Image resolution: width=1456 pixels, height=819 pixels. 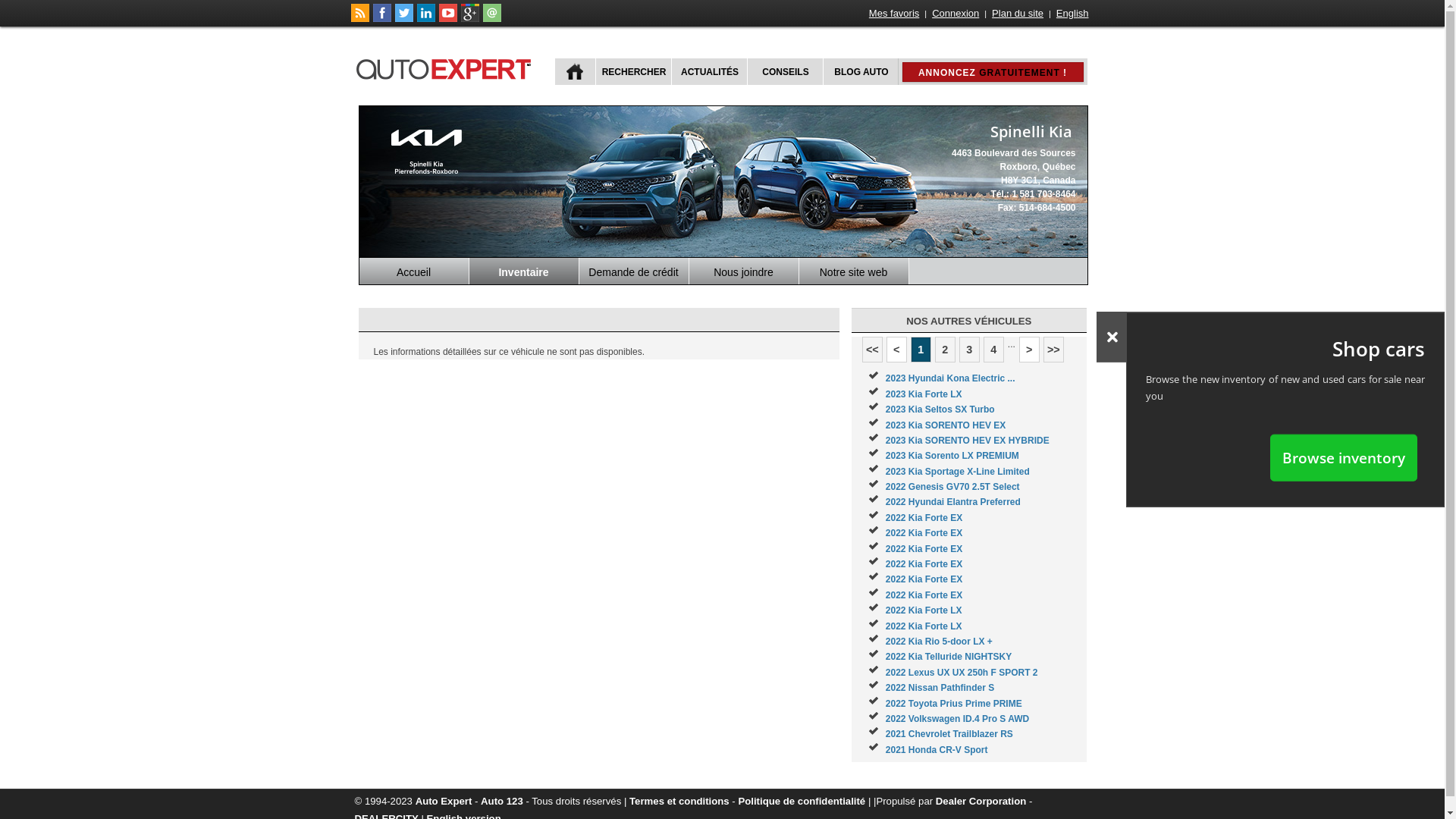 I want to click on '<', so click(x=896, y=350).